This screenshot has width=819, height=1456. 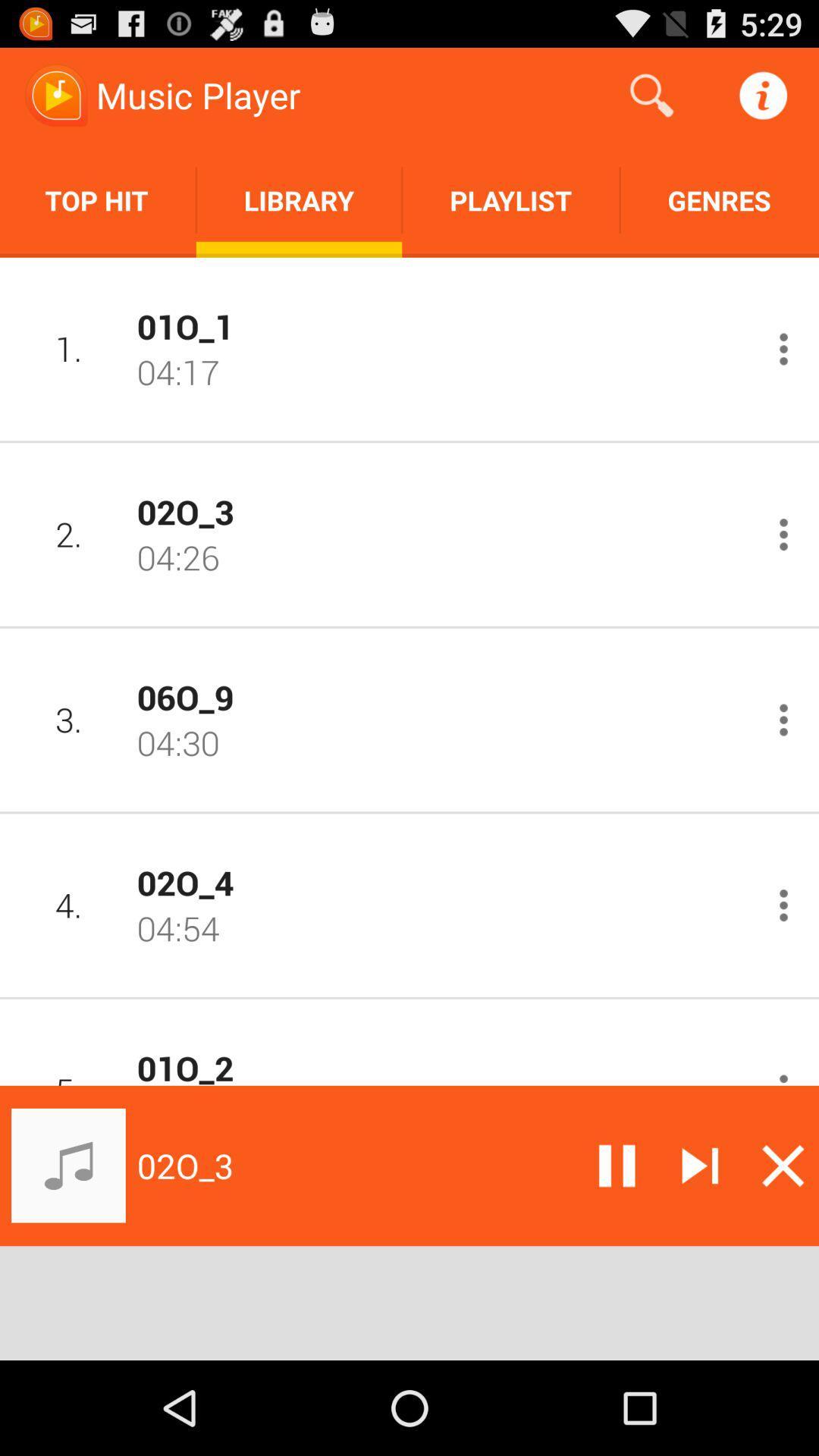 I want to click on open the sub-menu for this song, so click(x=783, y=348).